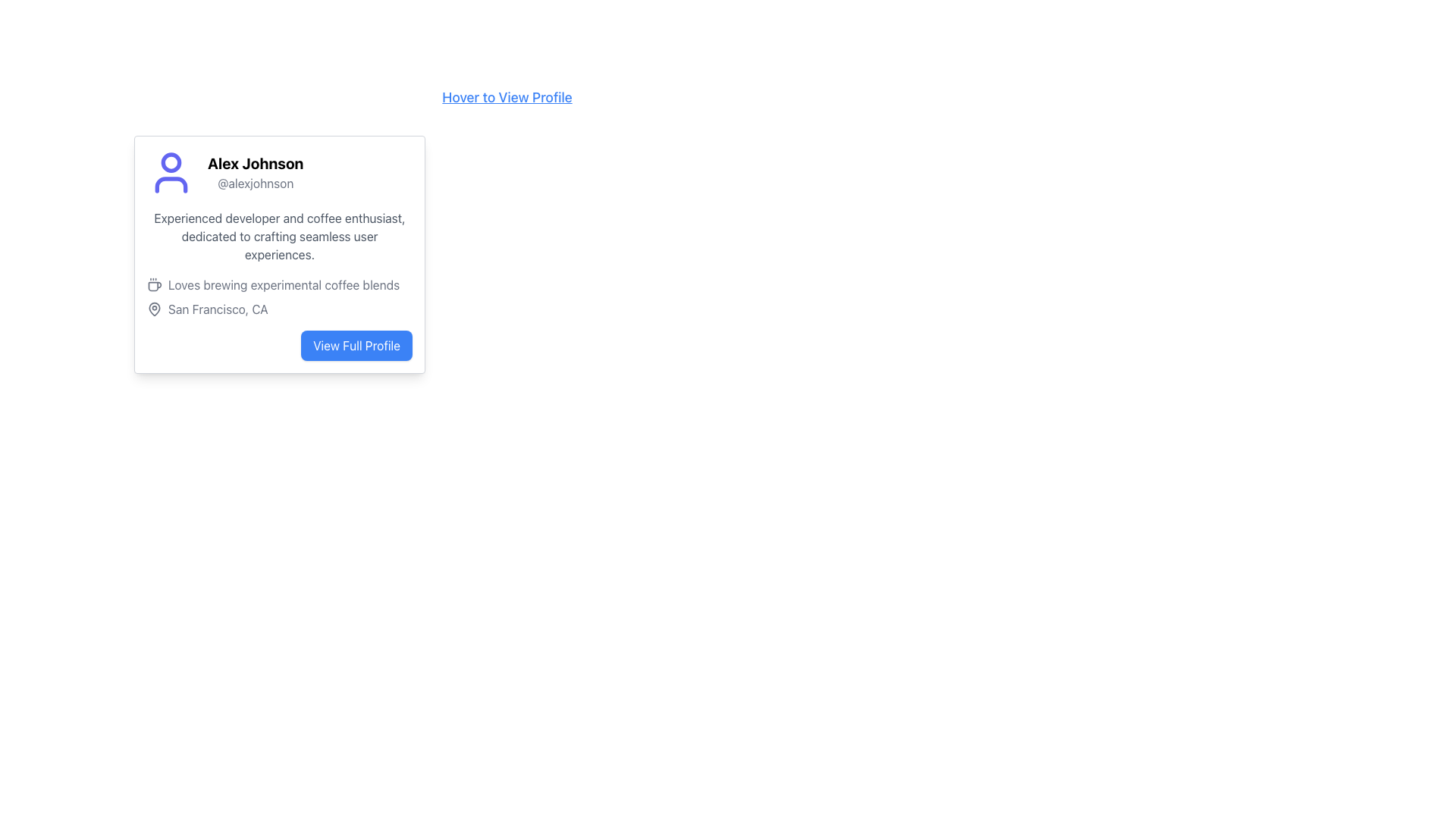  I want to click on the text link styled in blue that says 'Hover, so click(507, 97).